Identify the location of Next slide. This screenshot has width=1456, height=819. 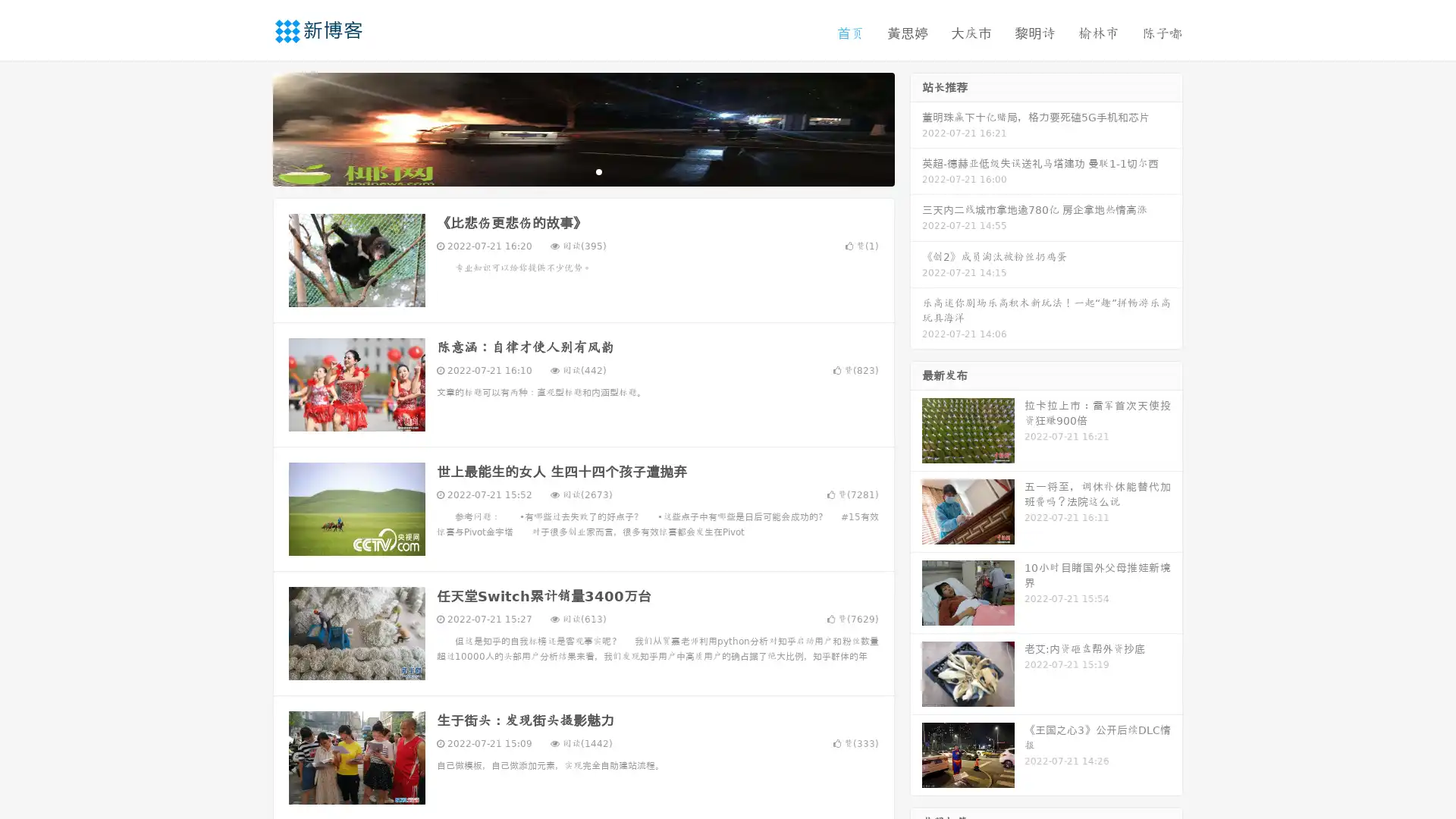
(916, 127).